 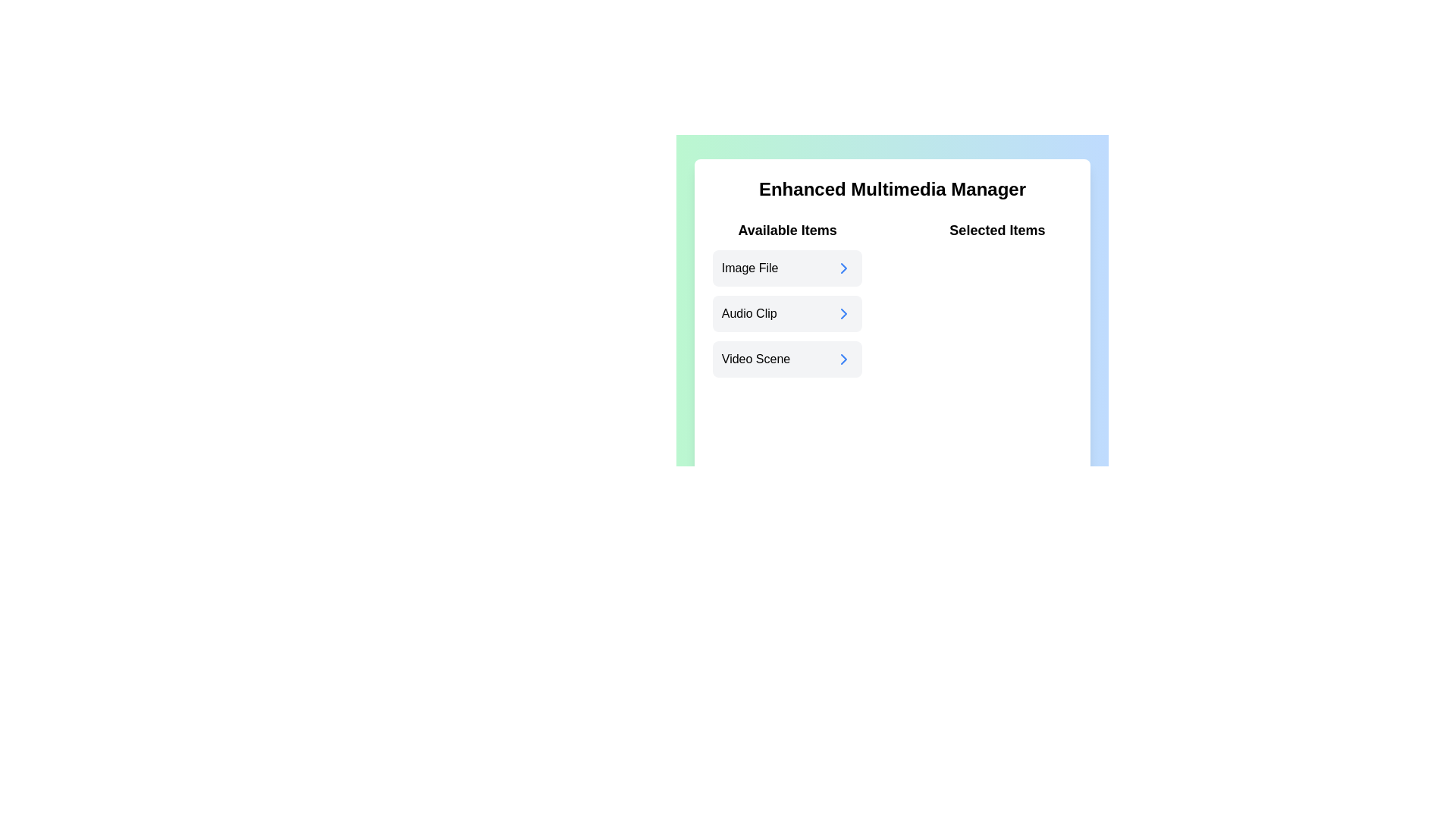 I want to click on the text label displaying 'Available Items', which is styled in bold and larger font, located at the top of the vertical list of items, so click(x=787, y=231).